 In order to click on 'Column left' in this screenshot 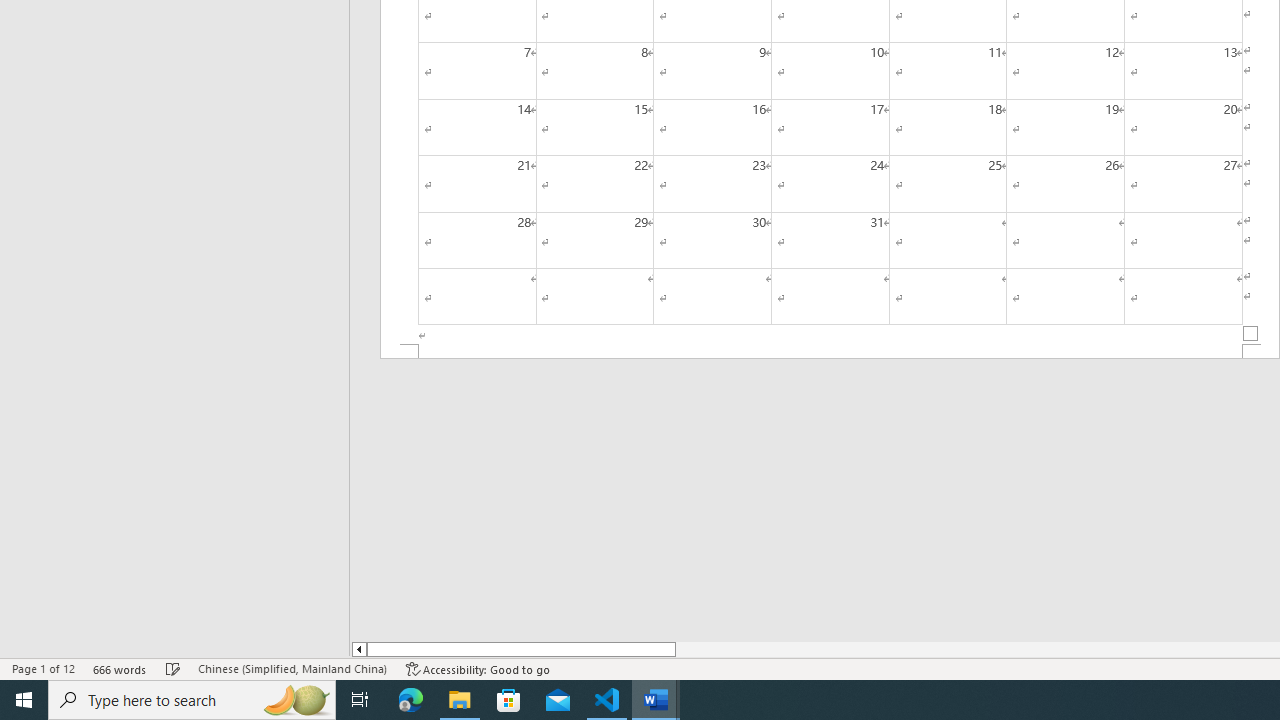, I will do `click(358, 649)`.